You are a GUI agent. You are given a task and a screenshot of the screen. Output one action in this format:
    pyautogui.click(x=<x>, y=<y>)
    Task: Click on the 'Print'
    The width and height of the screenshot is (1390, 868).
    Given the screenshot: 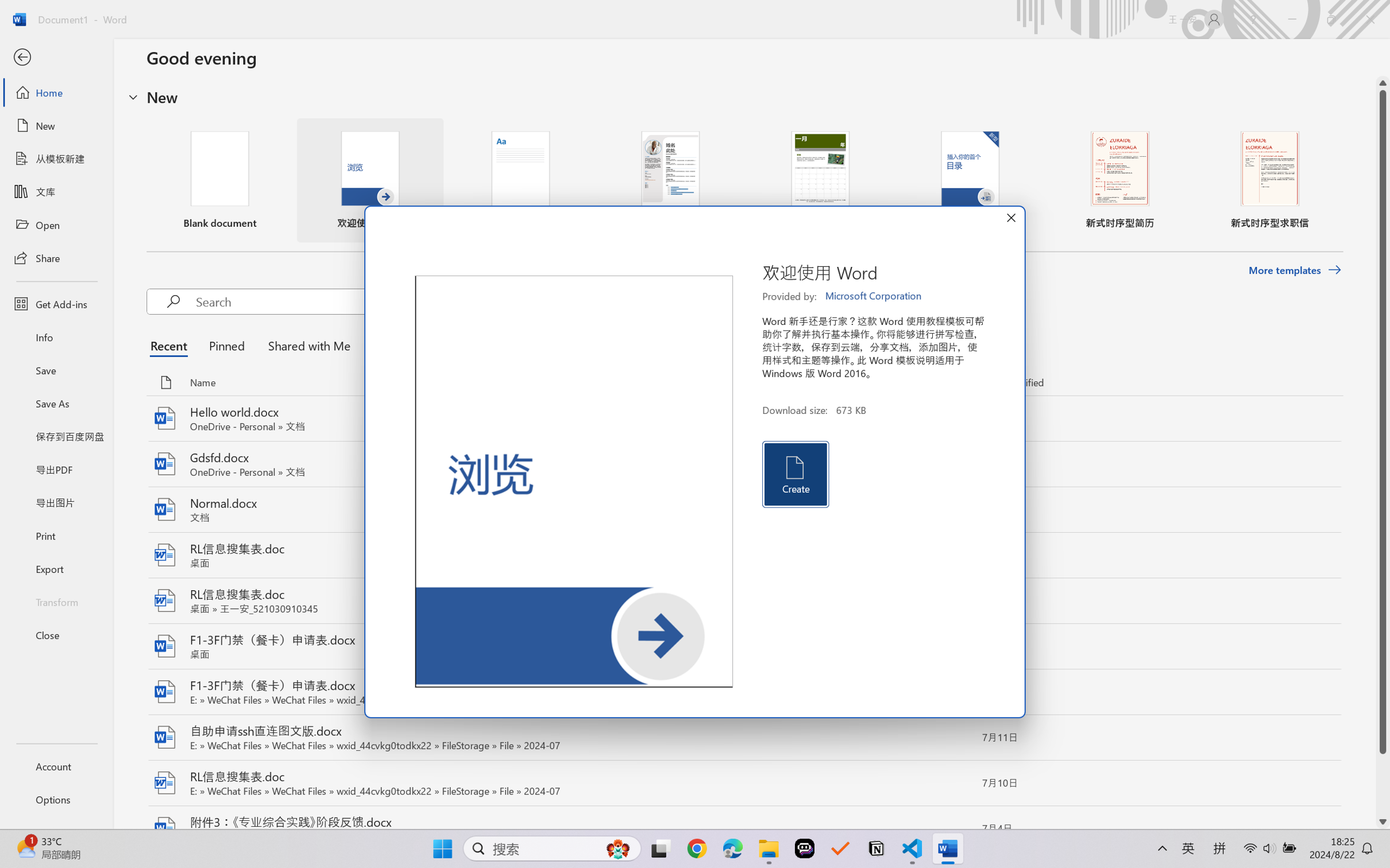 What is the action you would take?
    pyautogui.click(x=56, y=536)
    